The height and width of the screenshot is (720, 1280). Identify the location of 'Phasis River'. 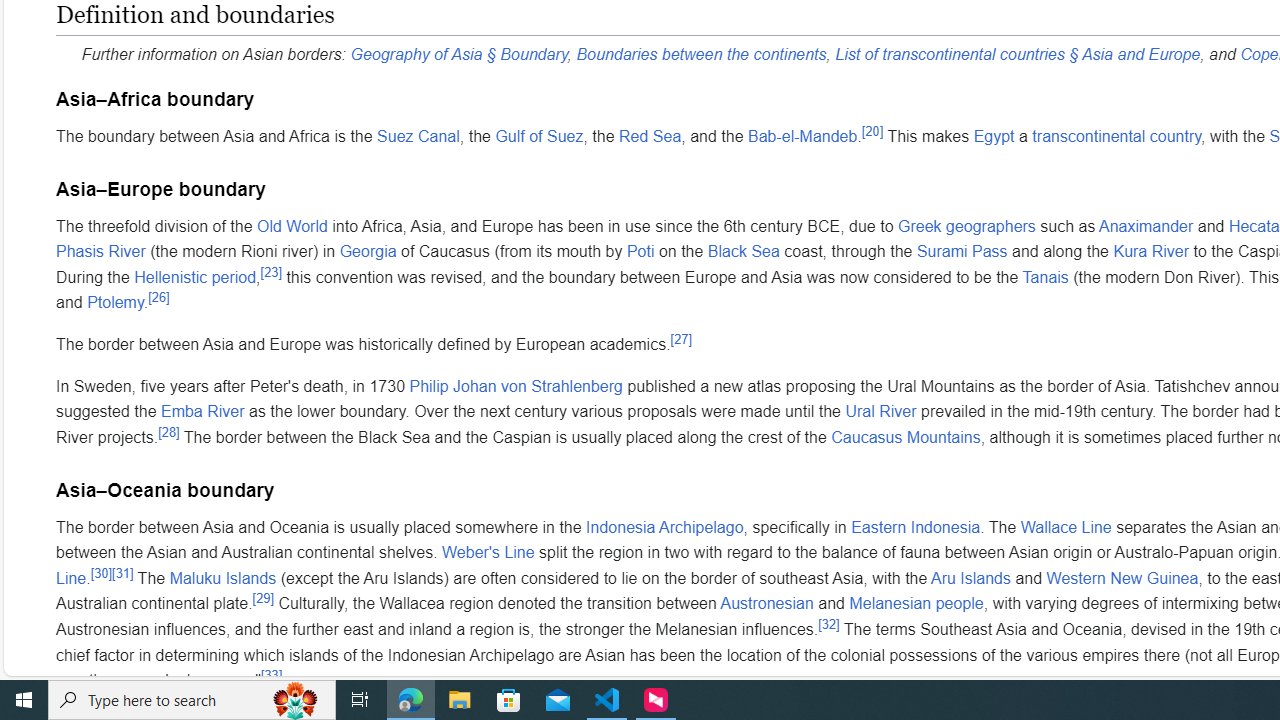
(100, 250).